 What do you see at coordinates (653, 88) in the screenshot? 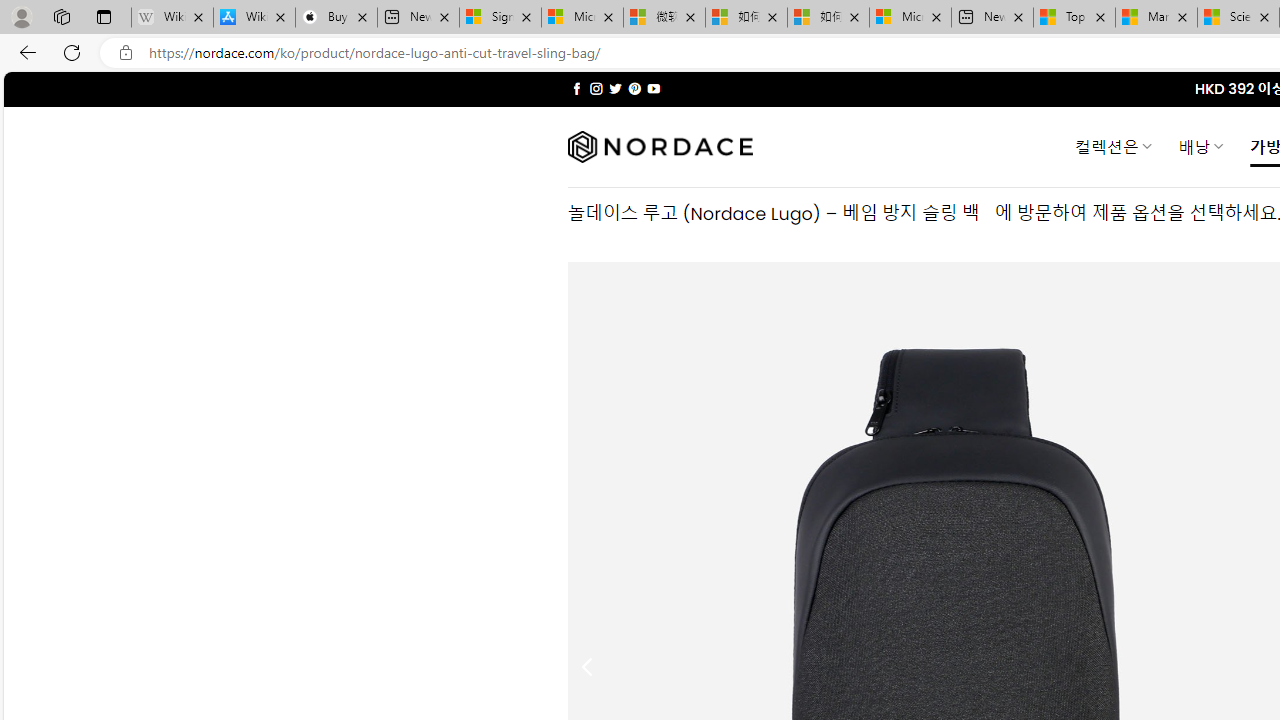
I see `'Follow on YouTube'` at bounding box center [653, 88].